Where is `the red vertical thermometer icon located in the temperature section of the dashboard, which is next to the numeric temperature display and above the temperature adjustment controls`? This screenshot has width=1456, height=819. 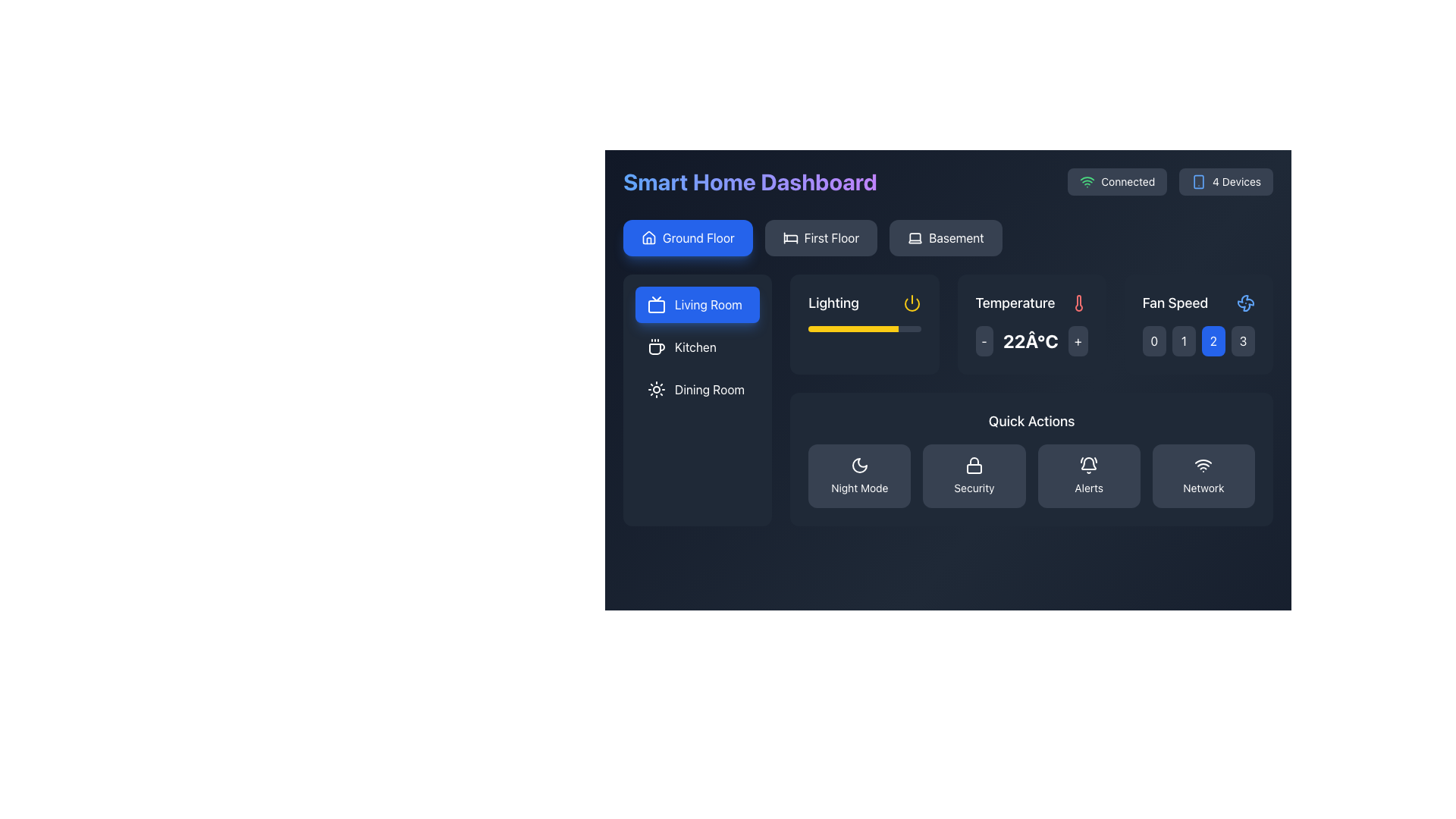 the red vertical thermometer icon located in the temperature section of the dashboard, which is next to the numeric temperature display and above the temperature adjustment controls is located at coordinates (1078, 303).